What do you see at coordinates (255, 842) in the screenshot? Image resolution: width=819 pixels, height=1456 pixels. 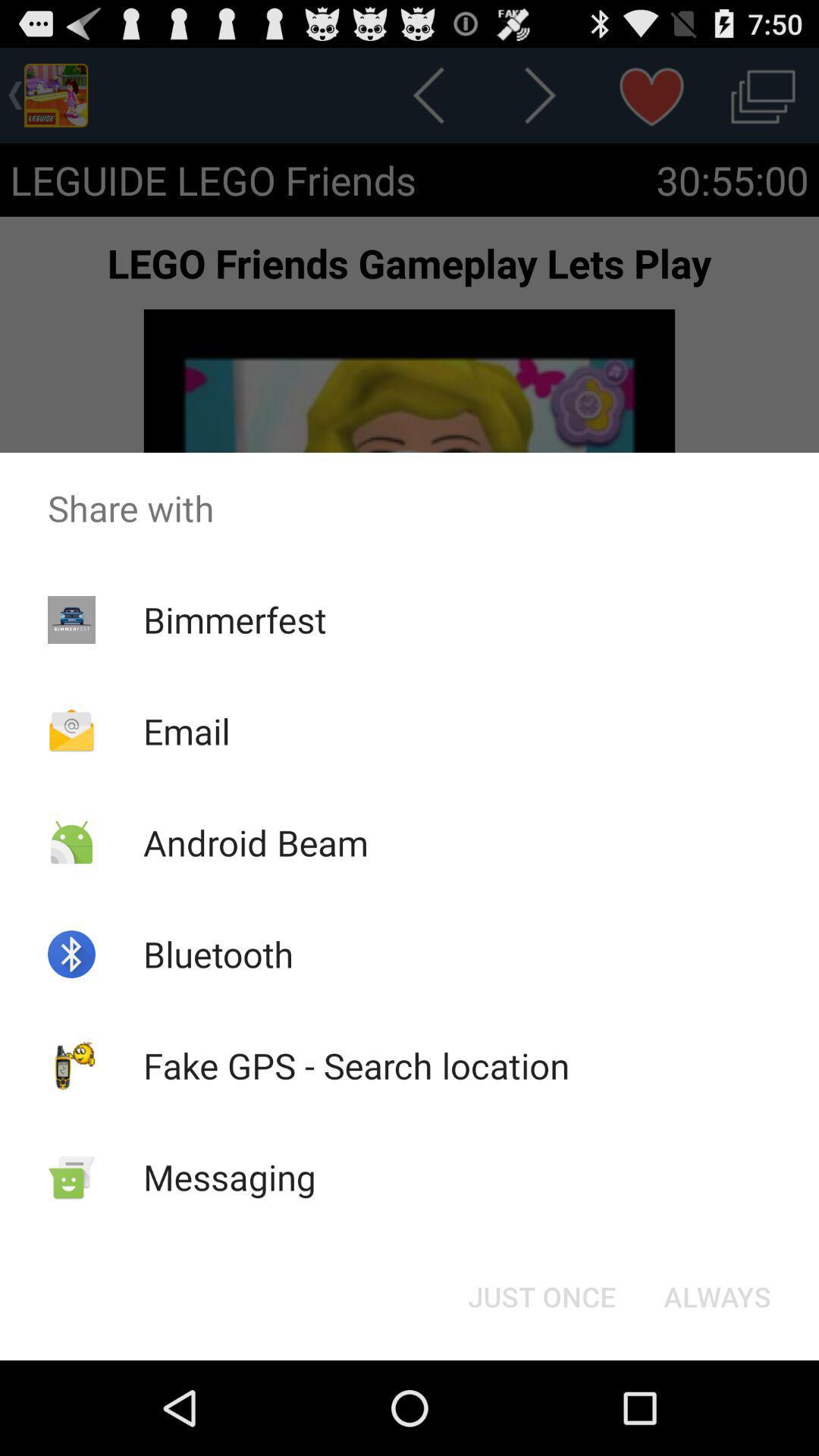 I see `the app below the email` at bounding box center [255, 842].